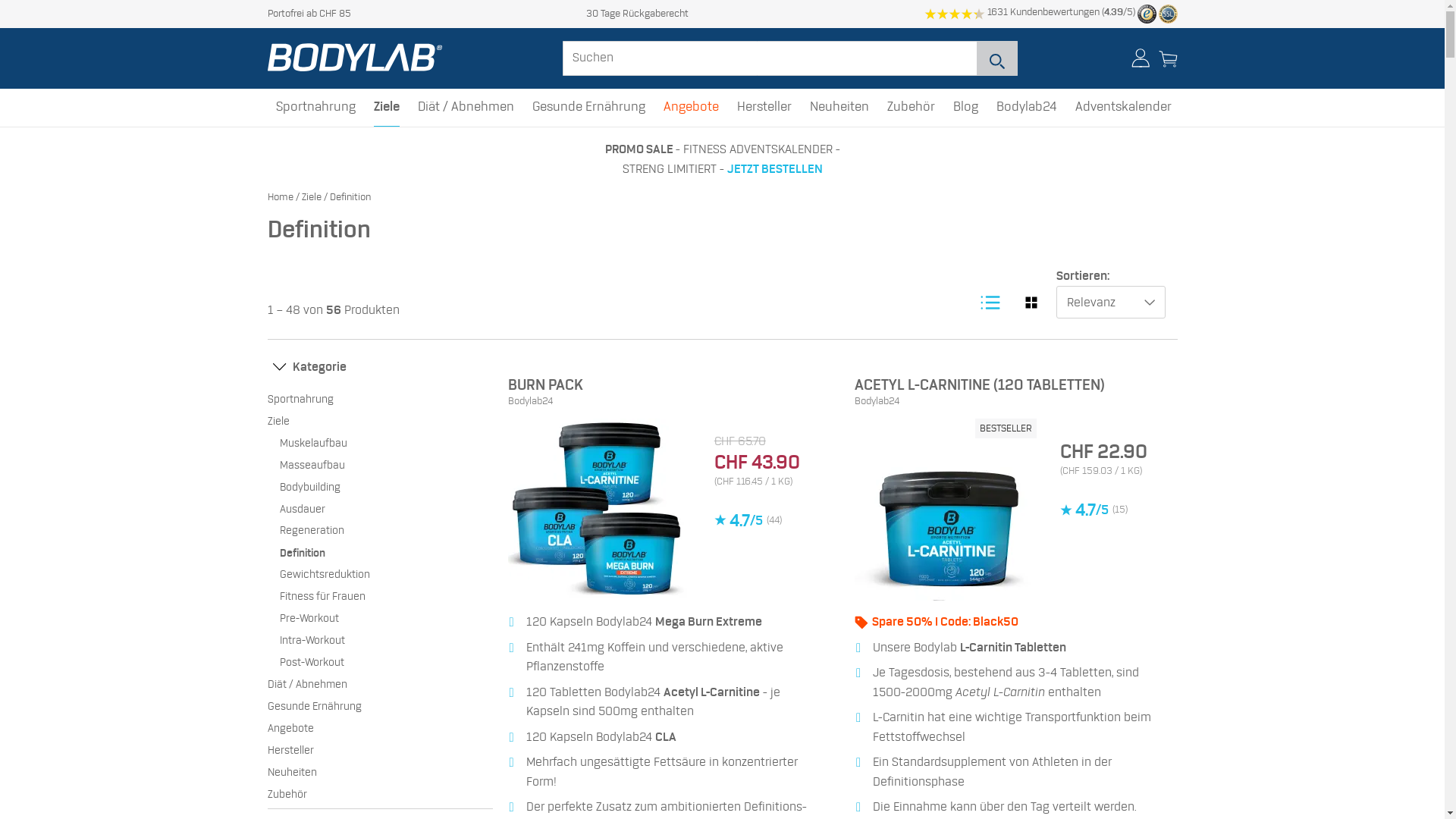 The height and width of the screenshot is (819, 1456). What do you see at coordinates (266, 14) in the screenshot?
I see `'Portofrei ab CHF 85'` at bounding box center [266, 14].